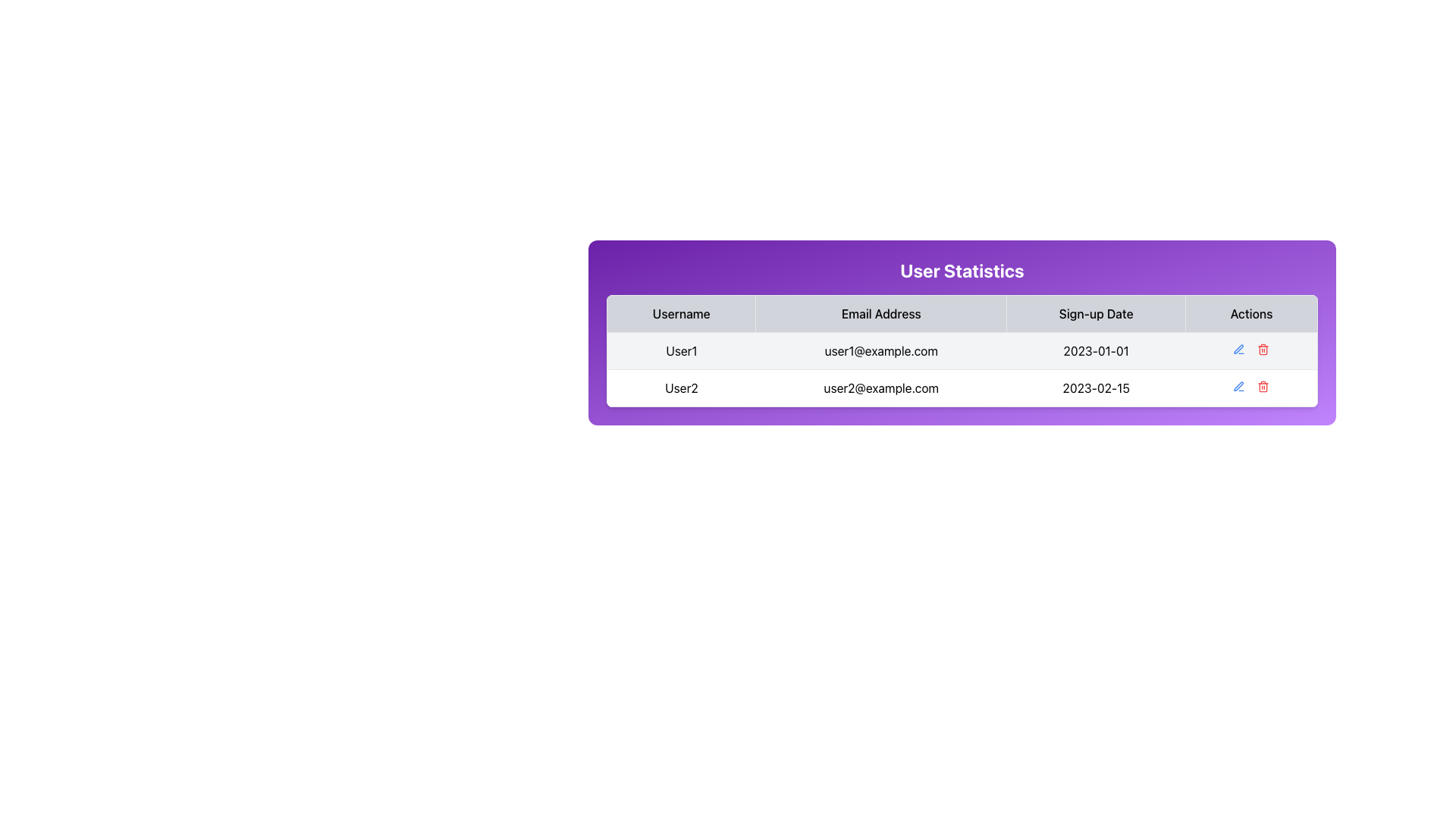 The width and height of the screenshot is (1456, 819). Describe the element at coordinates (881, 388) in the screenshot. I see `the non-interactive email address display for 'User2' in the statistics table, located in the second column of the second row under the 'Email Address' header` at that location.